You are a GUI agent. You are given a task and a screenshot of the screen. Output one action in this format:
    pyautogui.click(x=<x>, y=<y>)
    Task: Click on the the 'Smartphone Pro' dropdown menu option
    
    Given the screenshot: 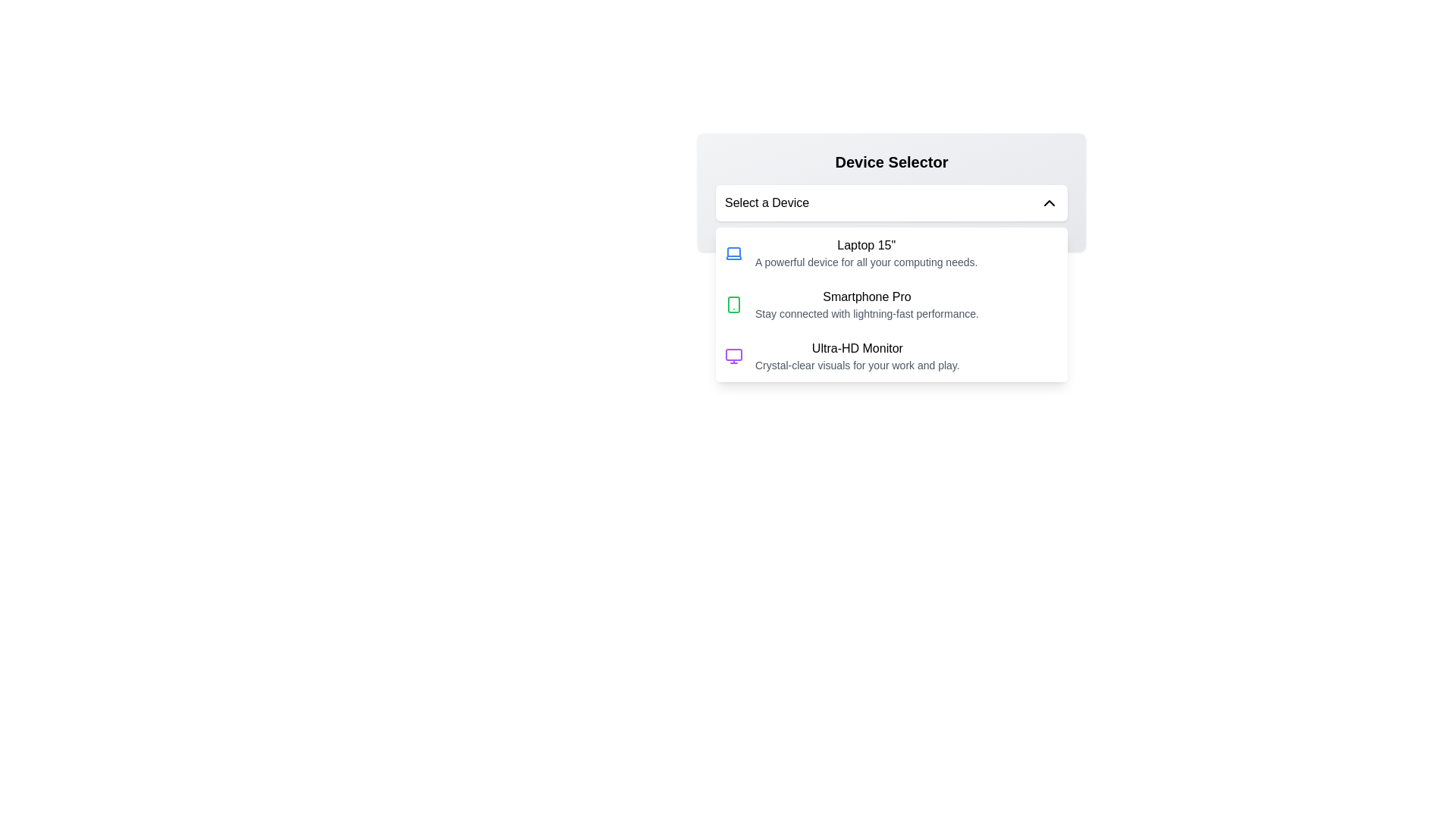 What is the action you would take?
    pyautogui.click(x=867, y=304)
    